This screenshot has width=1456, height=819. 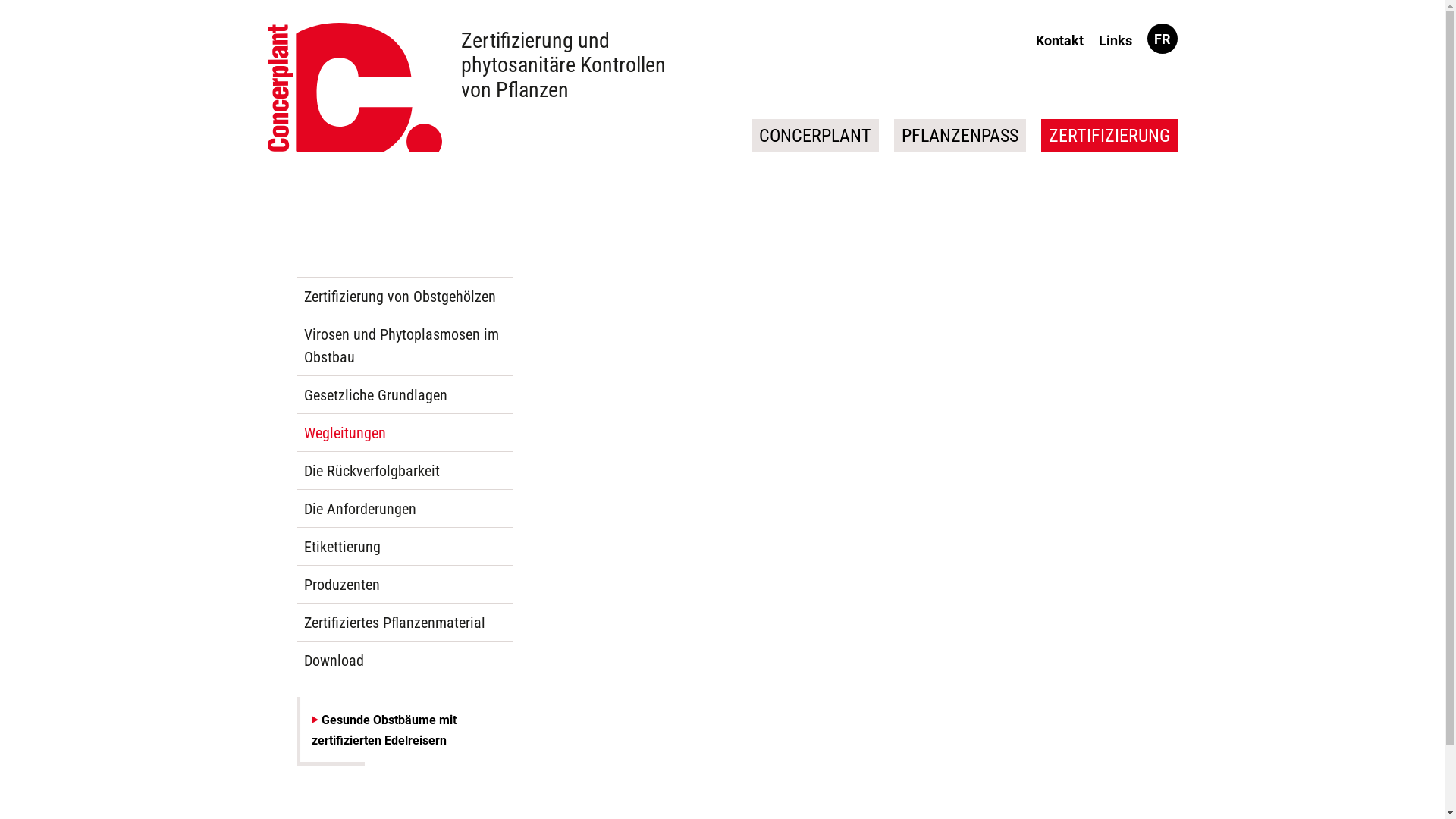 I want to click on 'Links', so click(x=1114, y=39).